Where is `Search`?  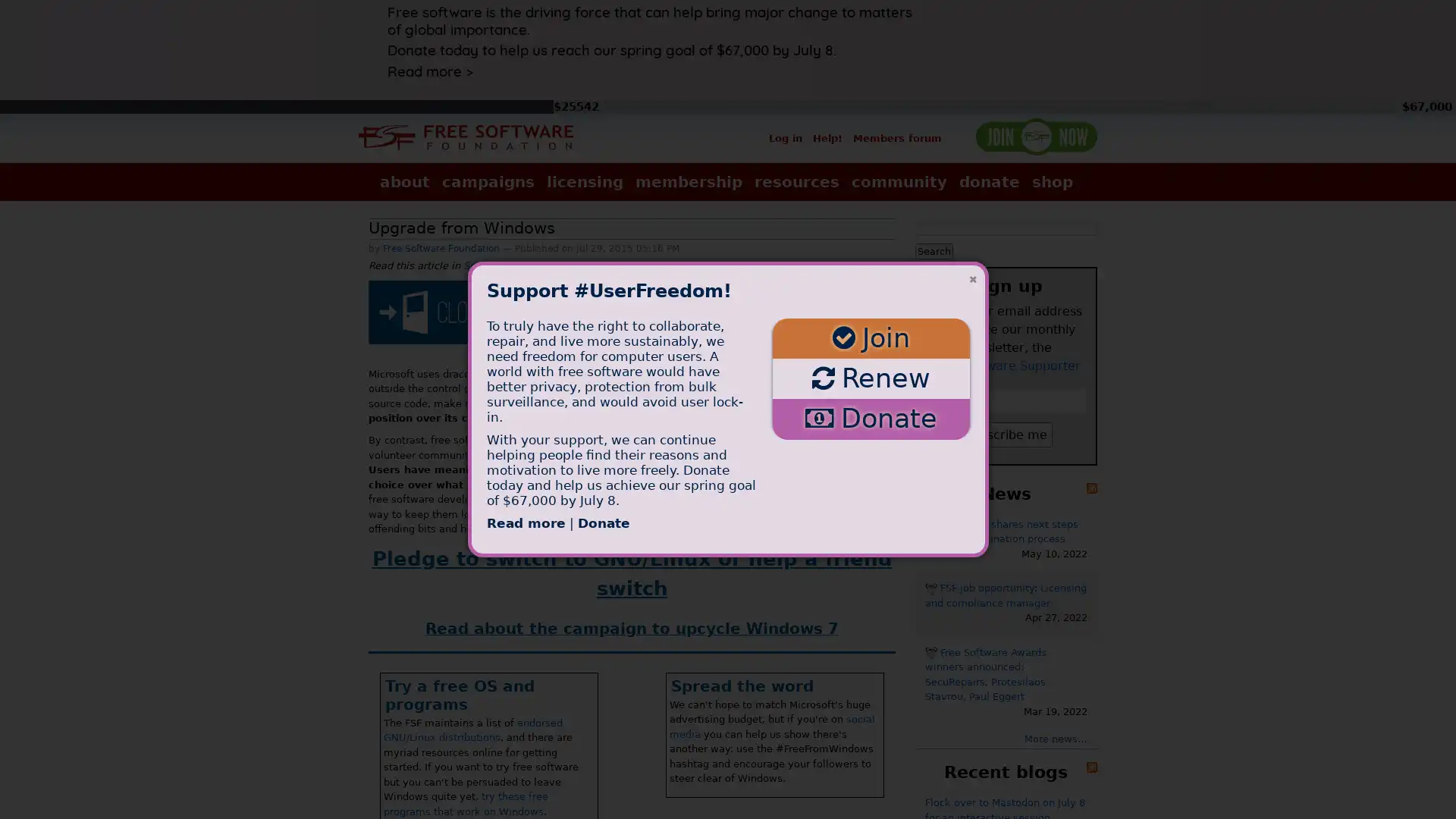
Search is located at coordinates (934, 249).